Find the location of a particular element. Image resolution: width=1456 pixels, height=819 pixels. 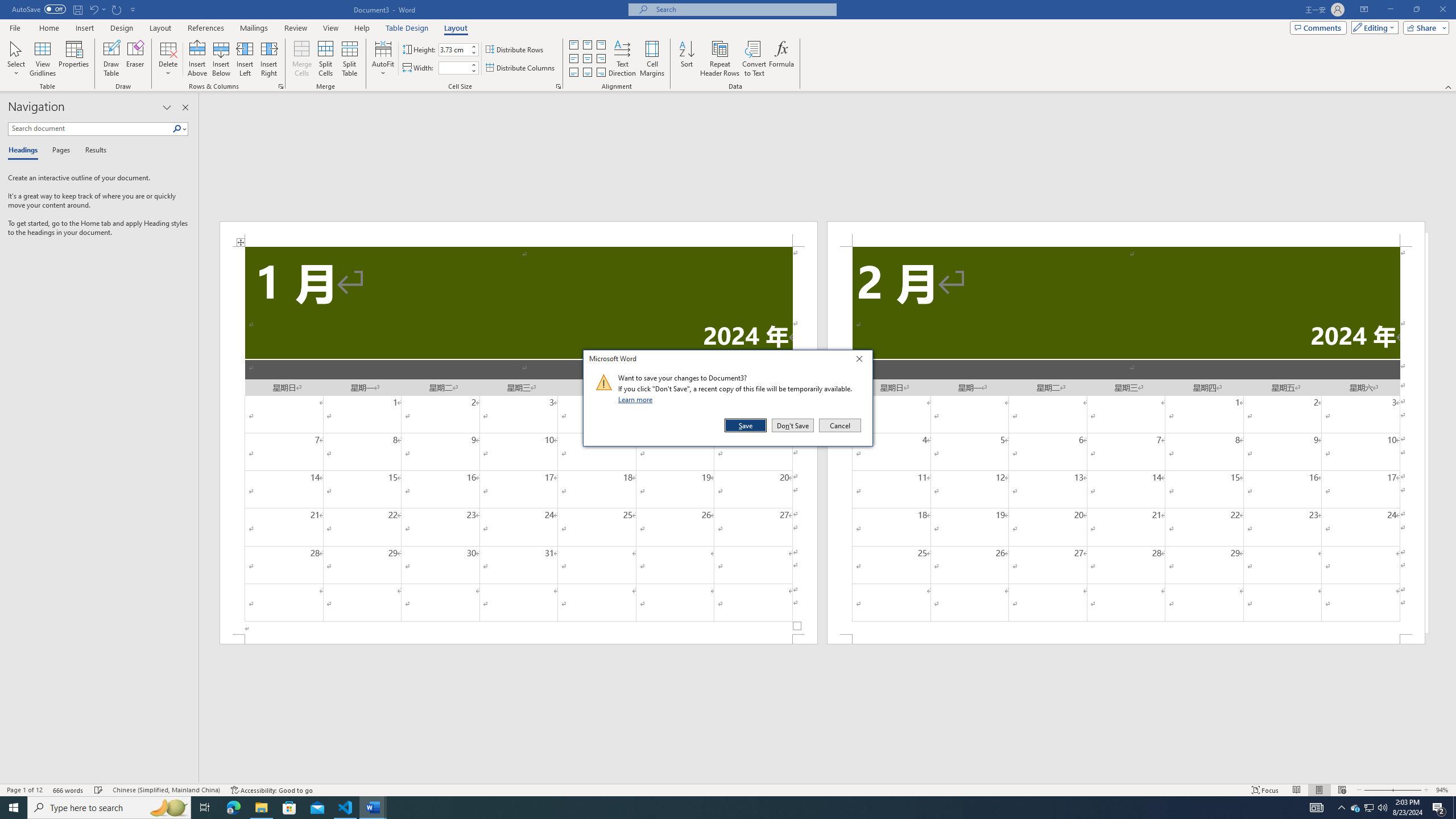

'Action Center, 2 new notifications' is located at coordinates (1439, 806).